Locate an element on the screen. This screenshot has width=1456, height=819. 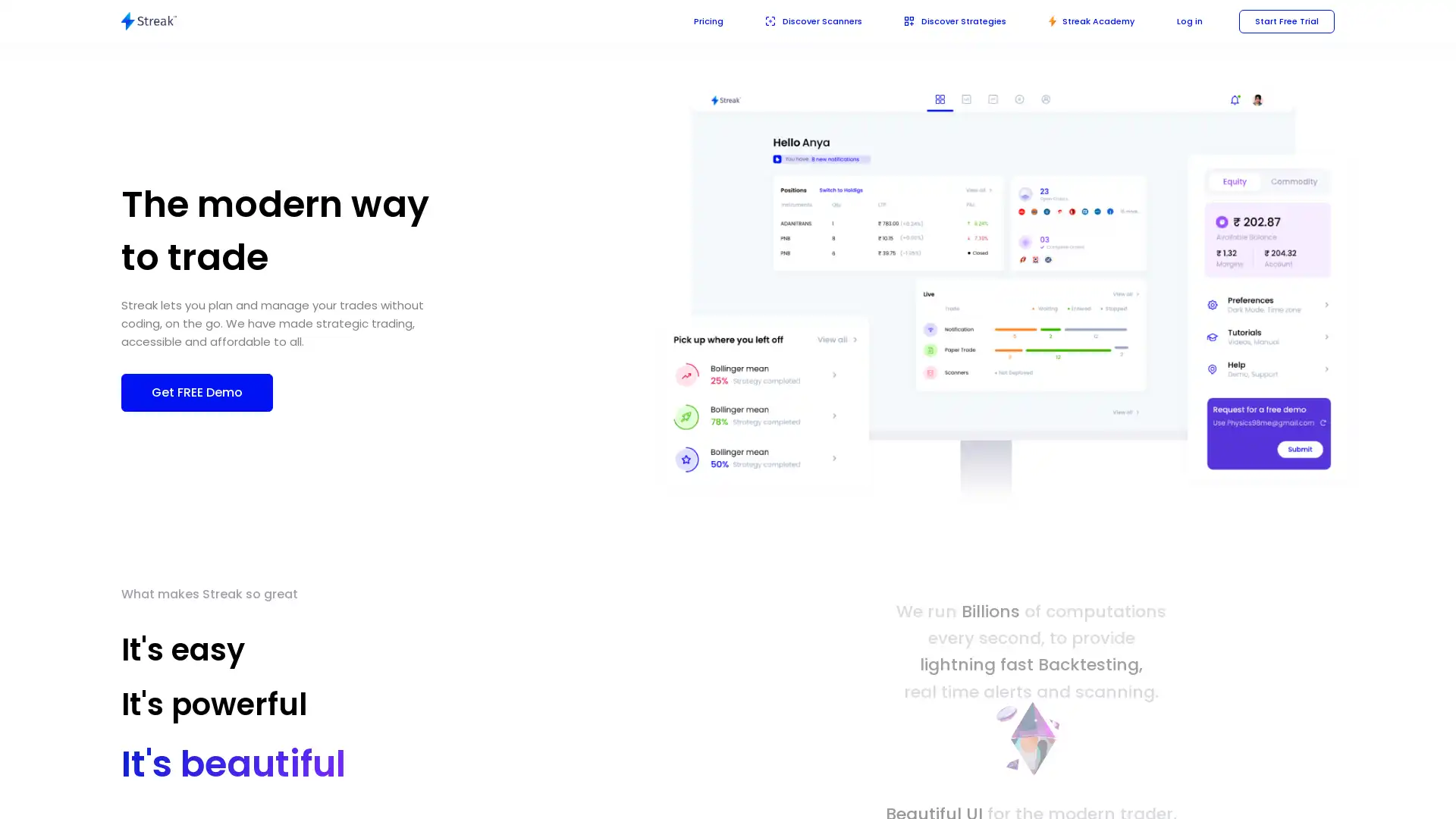
It's easy is located at coordinates (182, 648).